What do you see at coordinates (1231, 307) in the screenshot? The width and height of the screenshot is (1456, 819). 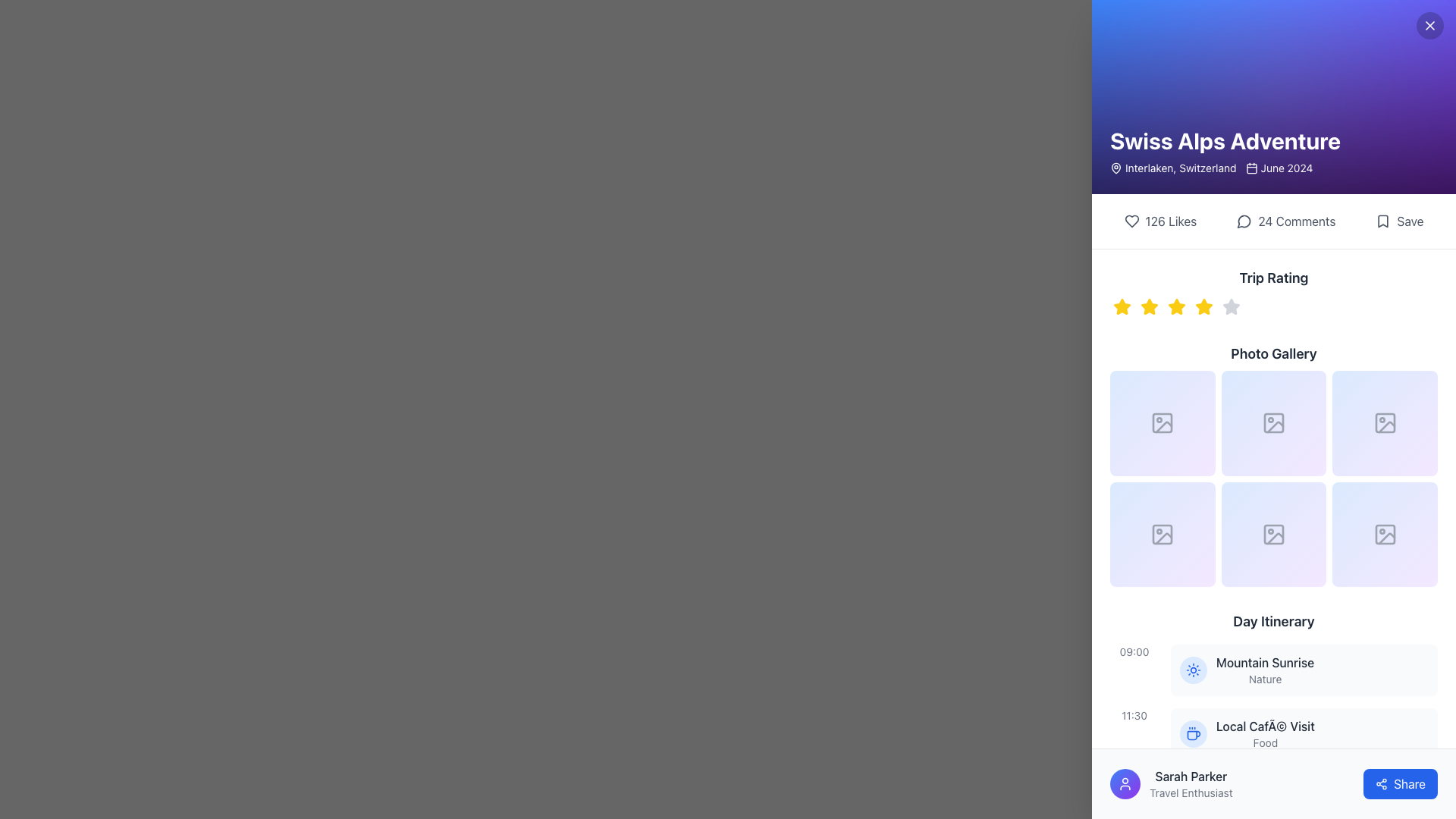 I see `the fifth gray star icon in the rating system` at bounding box center [1231, 307].